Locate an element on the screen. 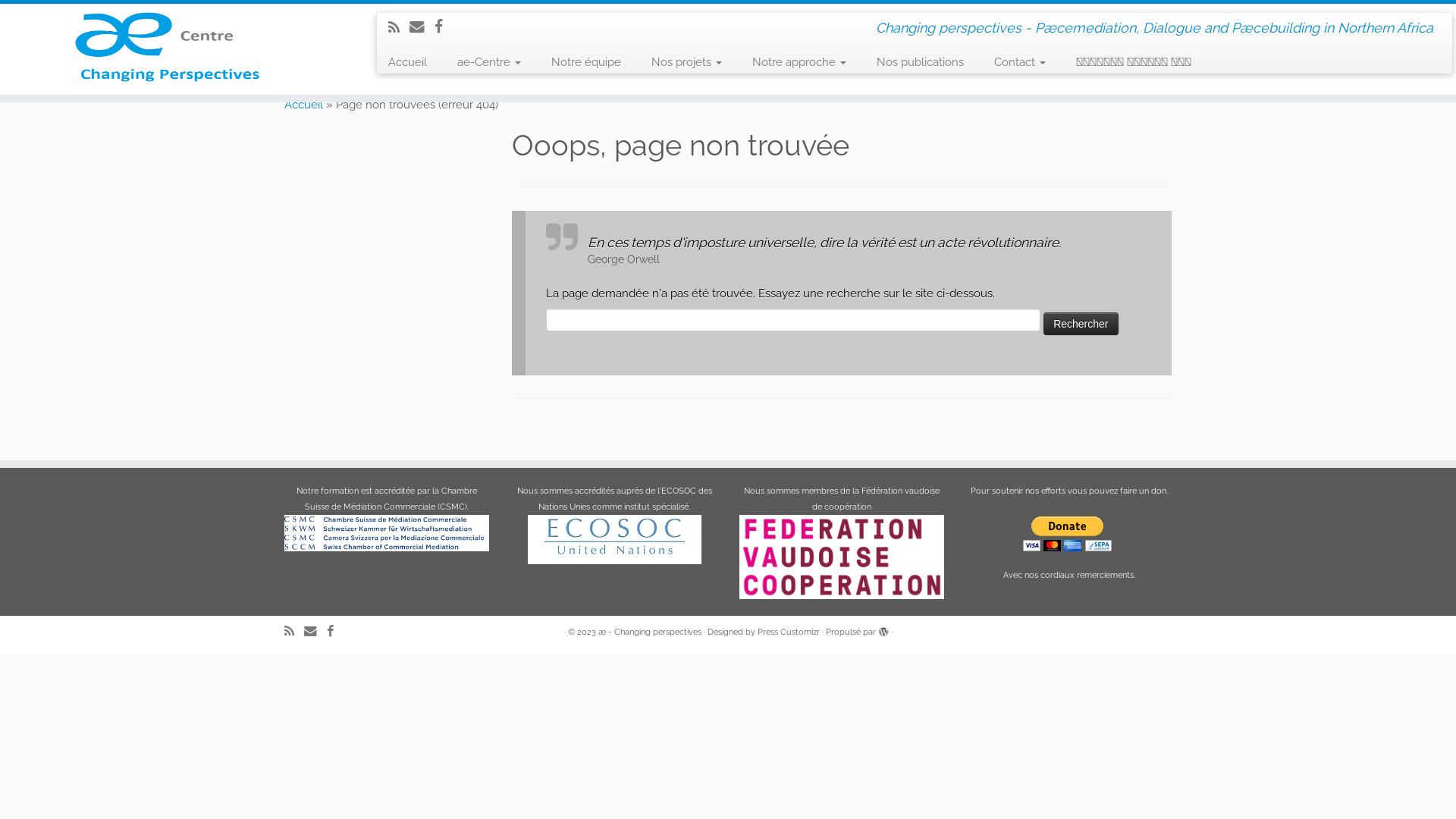  'Accueil' is located at coordinates (413, 61).